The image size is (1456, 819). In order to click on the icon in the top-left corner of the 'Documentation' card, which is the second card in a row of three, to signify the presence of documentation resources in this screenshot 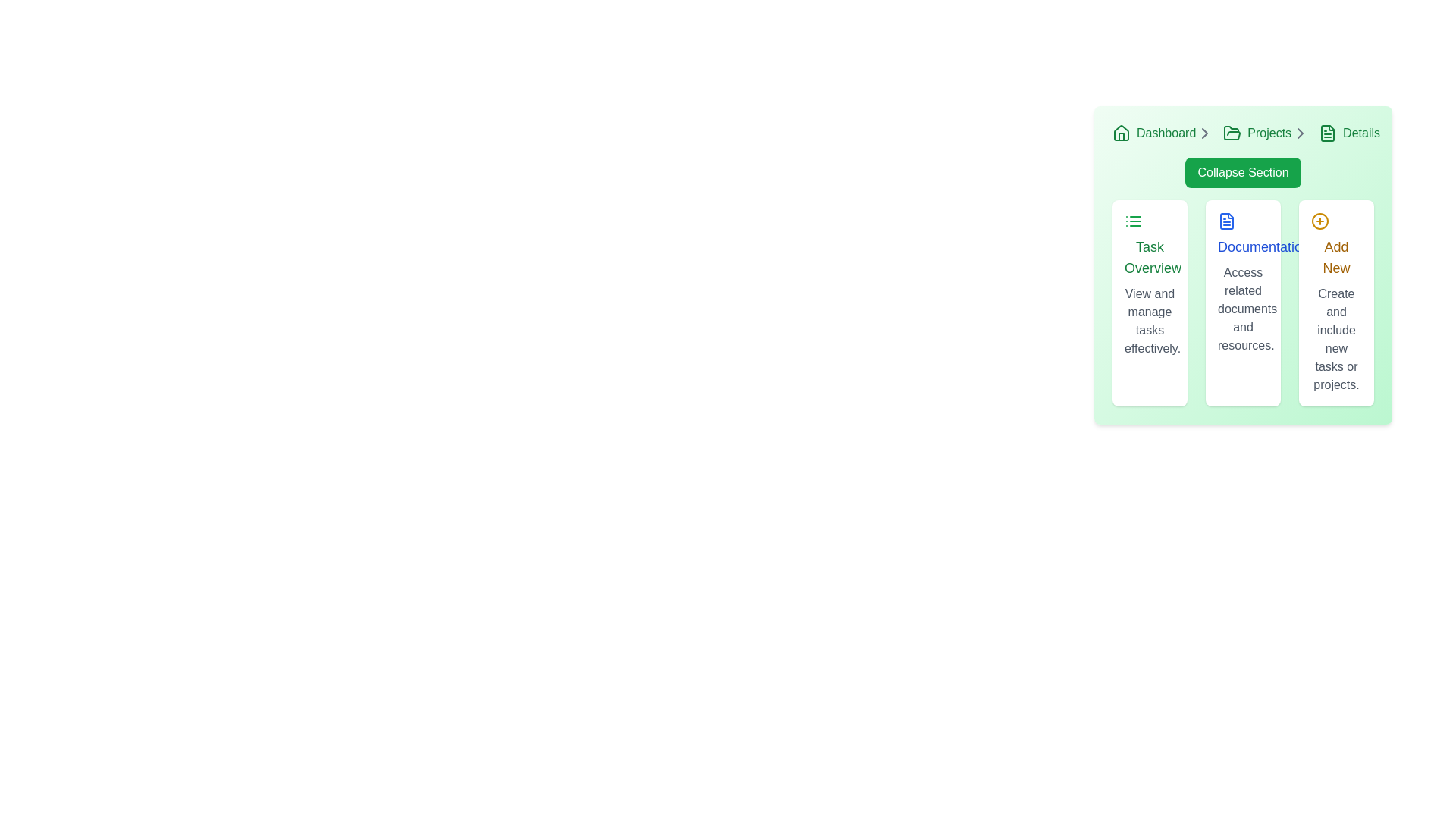, I will do `click(1226, 221)`.